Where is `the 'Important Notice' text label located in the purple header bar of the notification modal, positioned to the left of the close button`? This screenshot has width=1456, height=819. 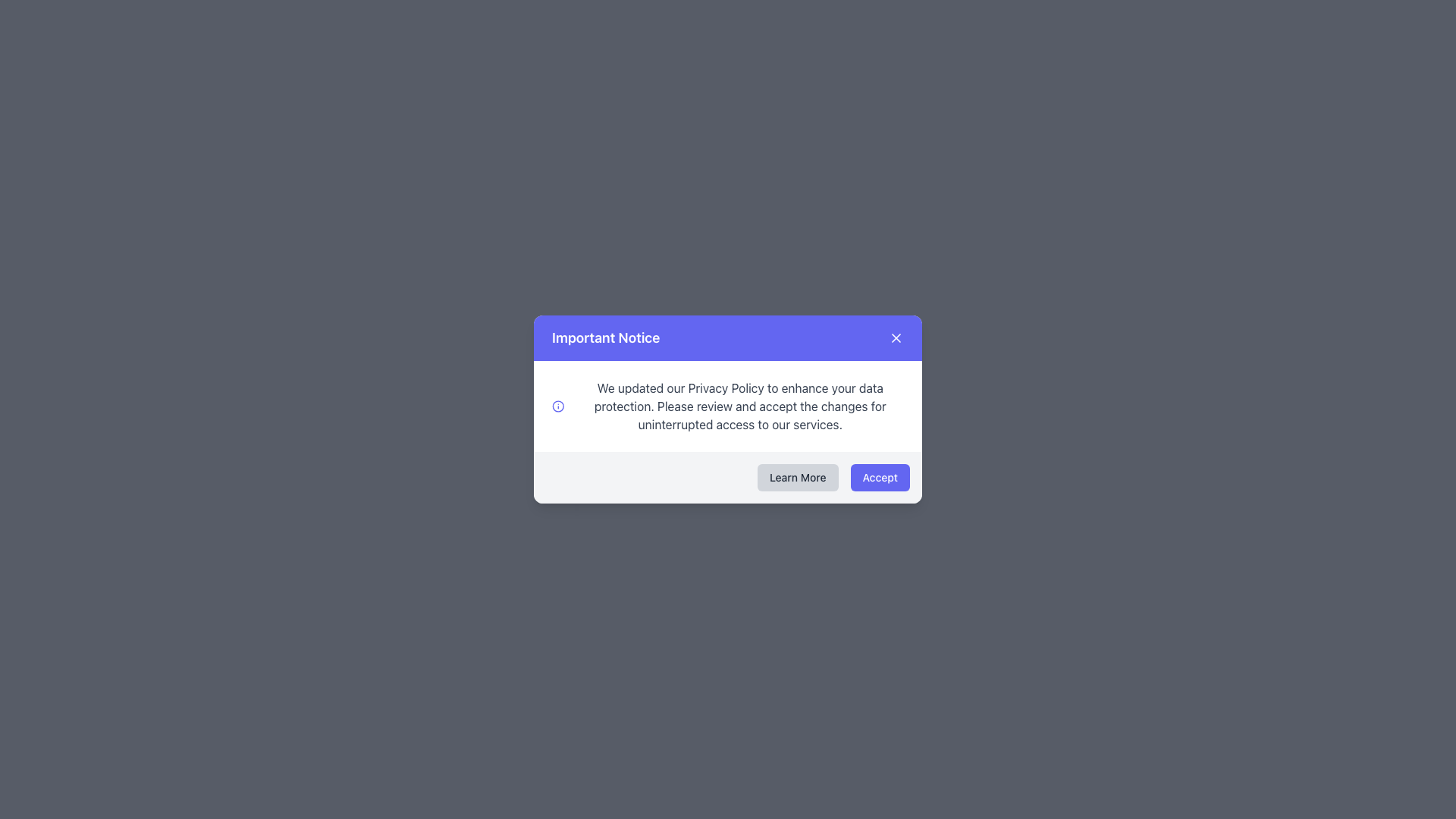
the 'Important Notice' text label located in the purple header bar of the notification modal, positioned to the left of the close button is located at coordinates (605, 337).